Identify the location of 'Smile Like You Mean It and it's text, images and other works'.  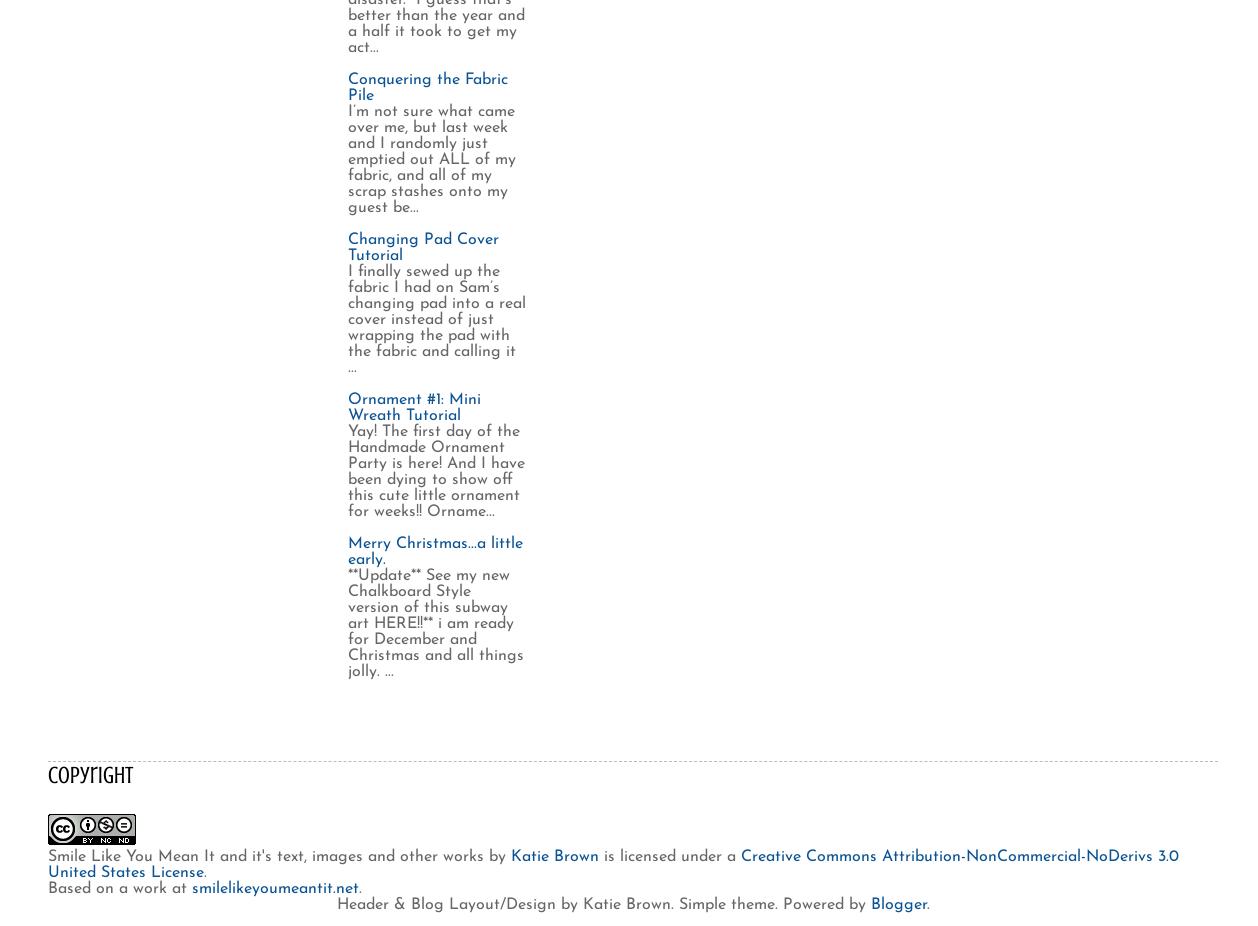
(265, 855).